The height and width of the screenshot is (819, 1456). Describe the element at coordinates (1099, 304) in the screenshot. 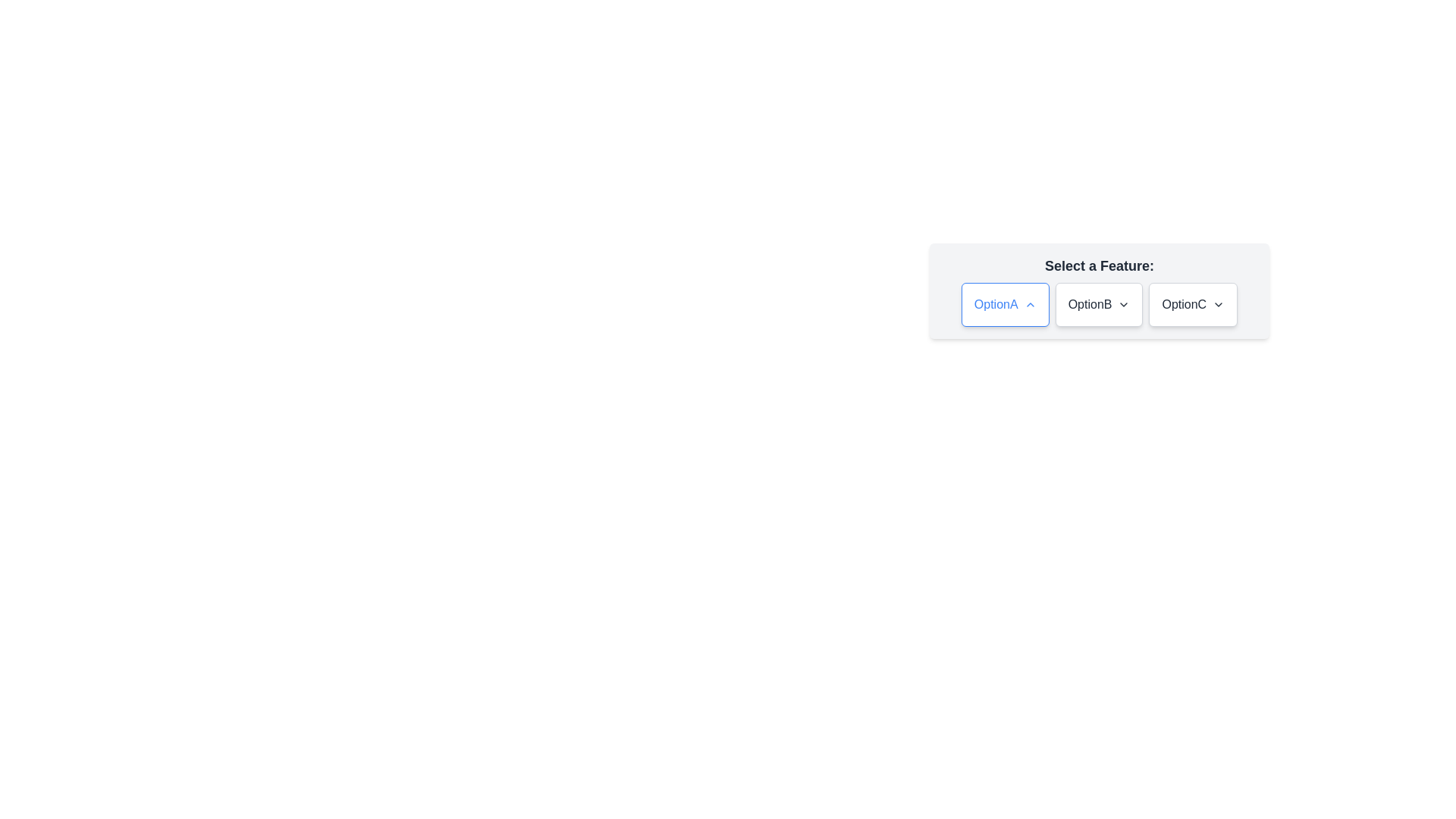

I see `the dropdown selection button, which is the second button in a group of three, to observe any tooltip or visual feedback` at that location.